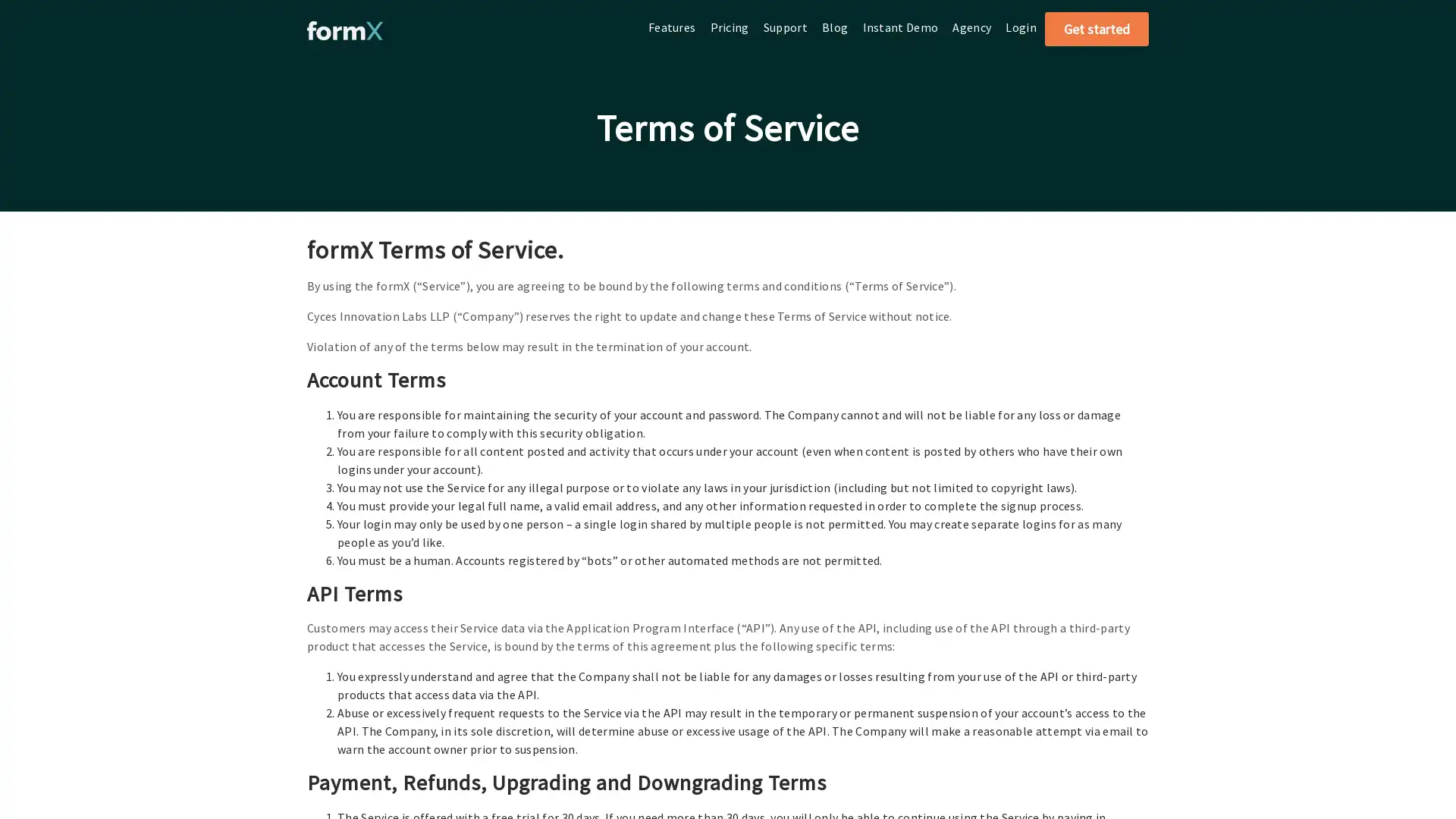  What do you see at coordinates (1097, 29) in the screenshot?
I see `Get started` at bounding box center [1097, 29].